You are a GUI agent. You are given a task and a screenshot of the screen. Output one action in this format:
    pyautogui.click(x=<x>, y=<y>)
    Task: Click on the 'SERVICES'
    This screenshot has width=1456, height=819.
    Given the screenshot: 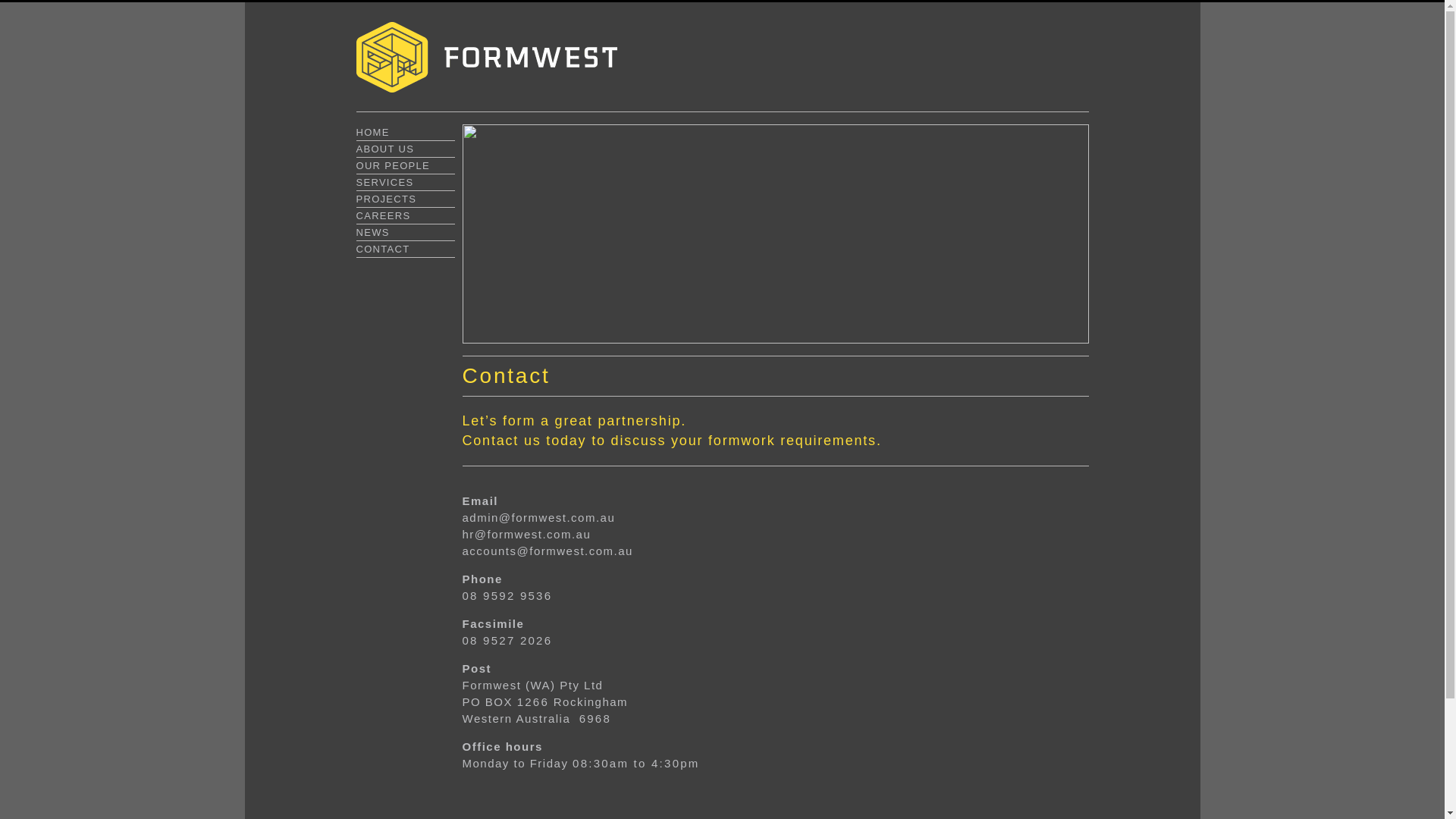 What is the action you would take?
    pyautogui.click(x=385, y=180)
    